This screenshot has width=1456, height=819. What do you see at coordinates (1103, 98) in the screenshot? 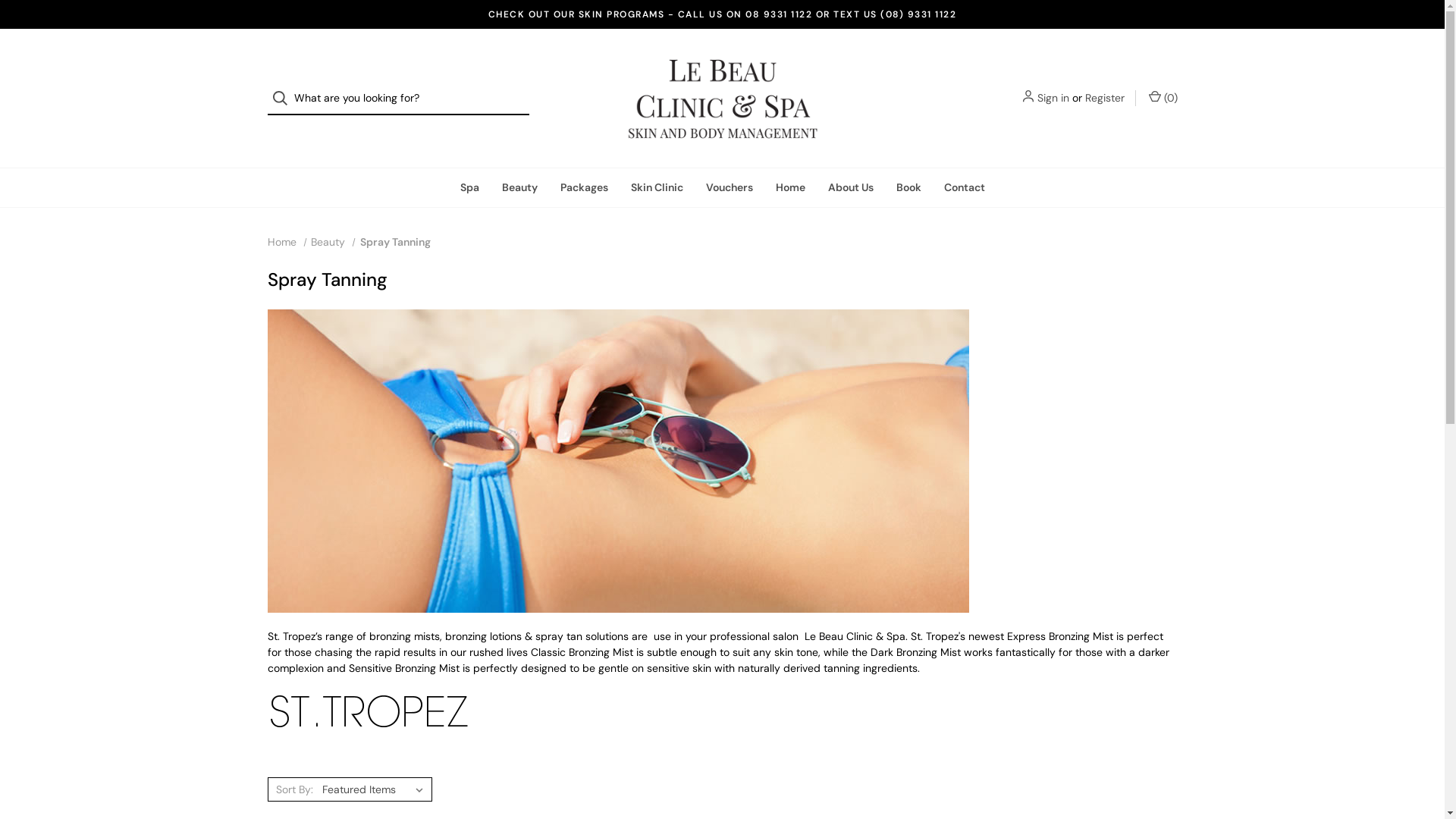
I see `'Register'` at bounding box center [1103, 98].